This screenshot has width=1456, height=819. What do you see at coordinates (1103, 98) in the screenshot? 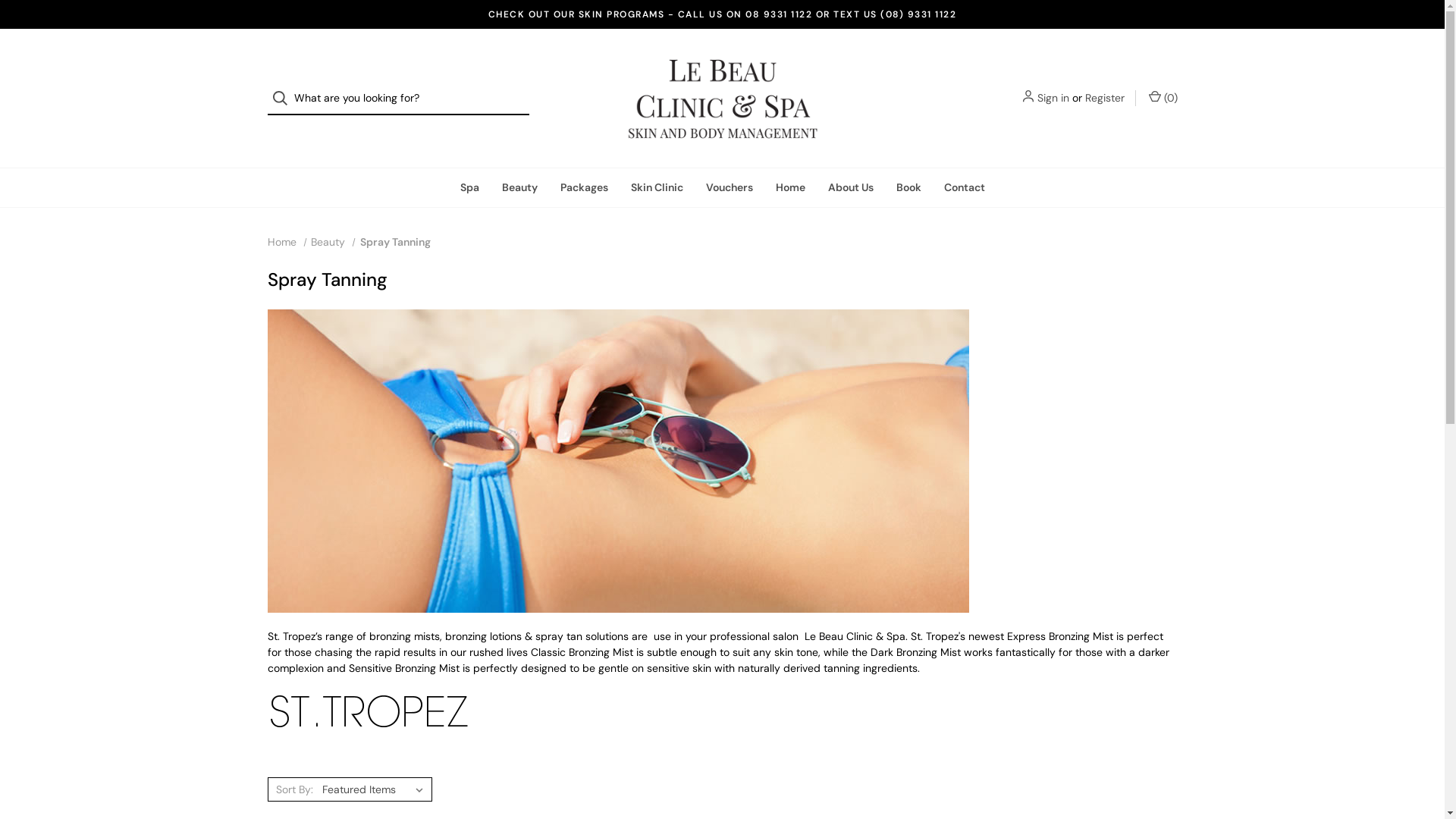
I see `'Register'` at bounding box center [1103, 98].